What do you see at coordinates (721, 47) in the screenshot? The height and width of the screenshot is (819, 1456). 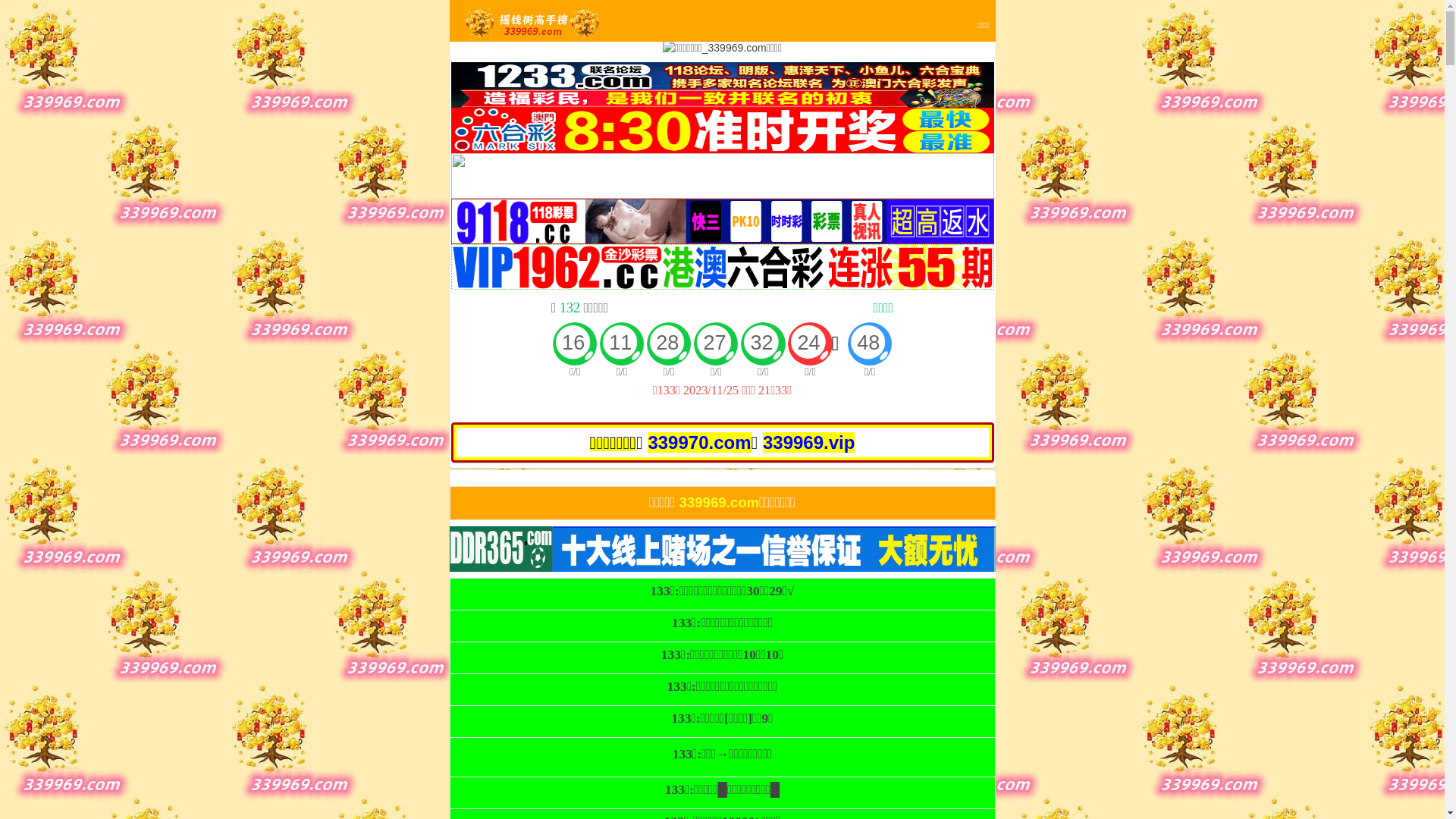 I see `'0'` at bounding box center [721, 47].